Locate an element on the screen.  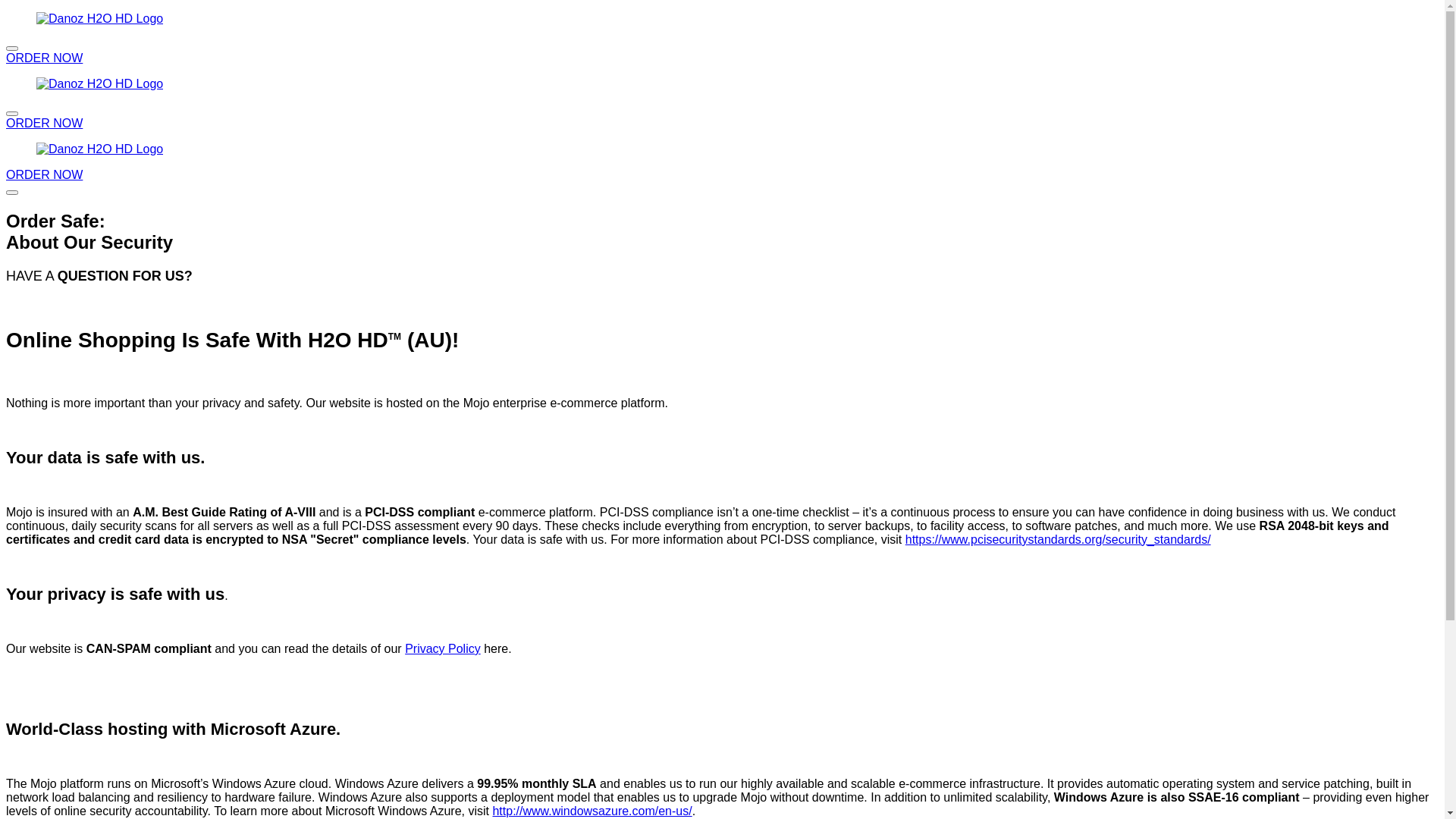
'ORDER NOW' is located at coordinates (6, 122).